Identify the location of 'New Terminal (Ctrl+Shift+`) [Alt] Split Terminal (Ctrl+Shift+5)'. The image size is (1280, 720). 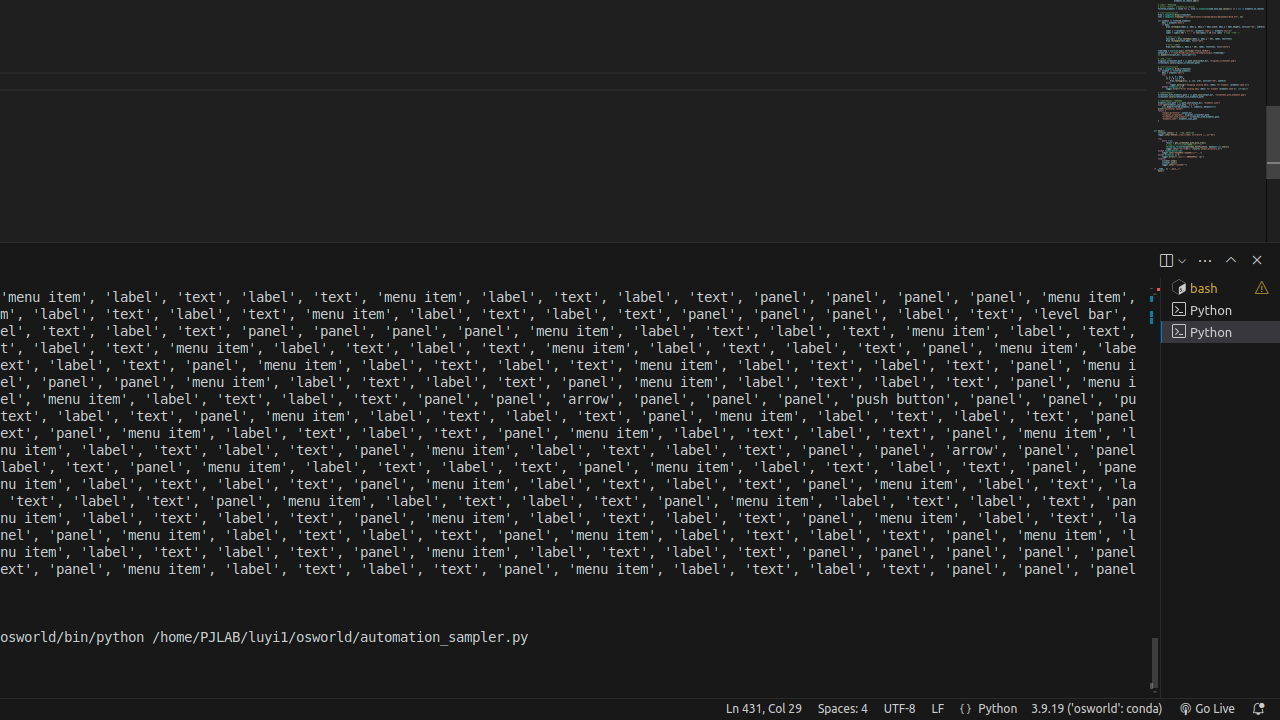
(1165, 259).